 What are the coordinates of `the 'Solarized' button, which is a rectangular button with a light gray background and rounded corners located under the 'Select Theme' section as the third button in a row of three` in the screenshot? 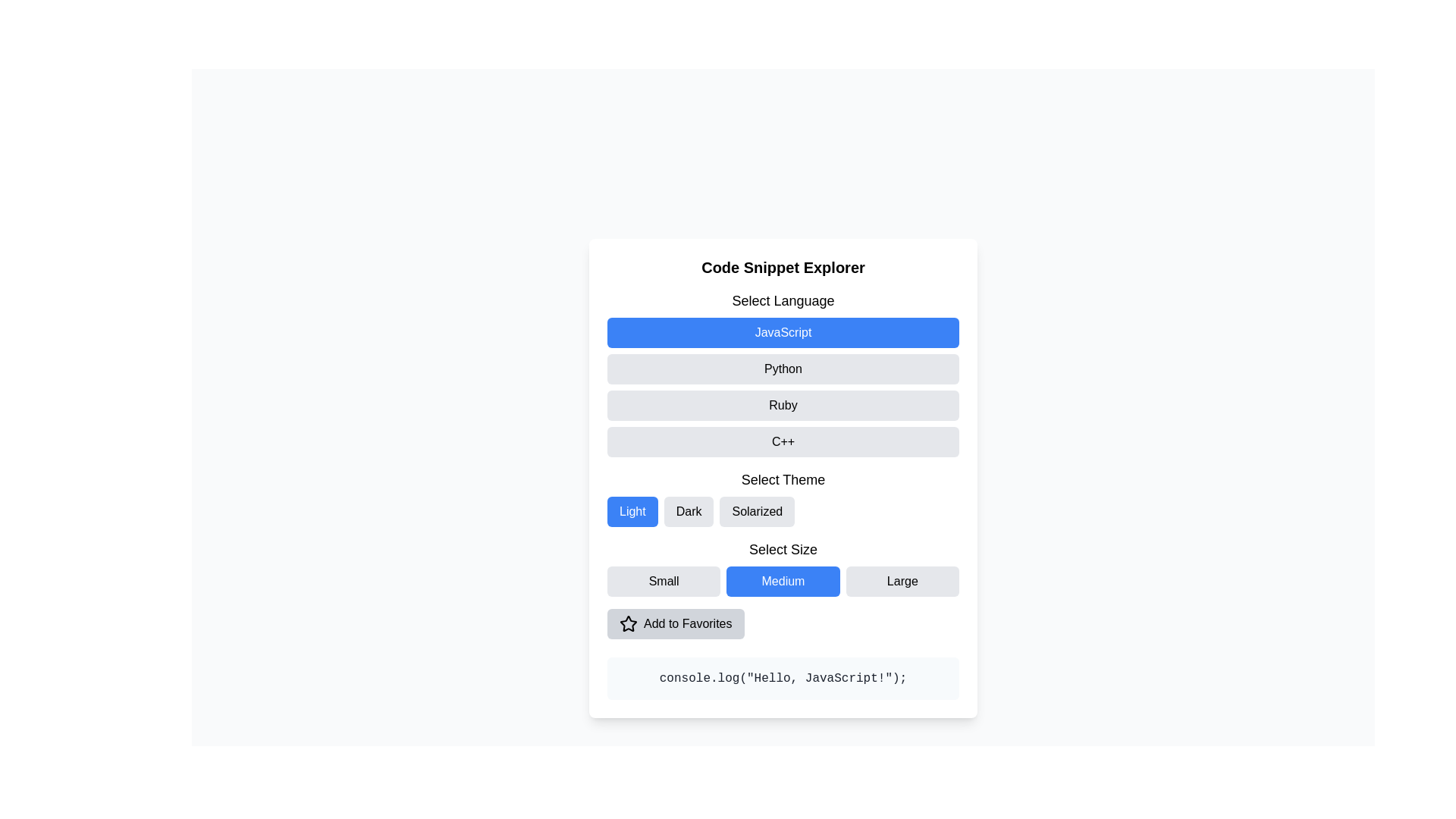 It's located at (757, 512).